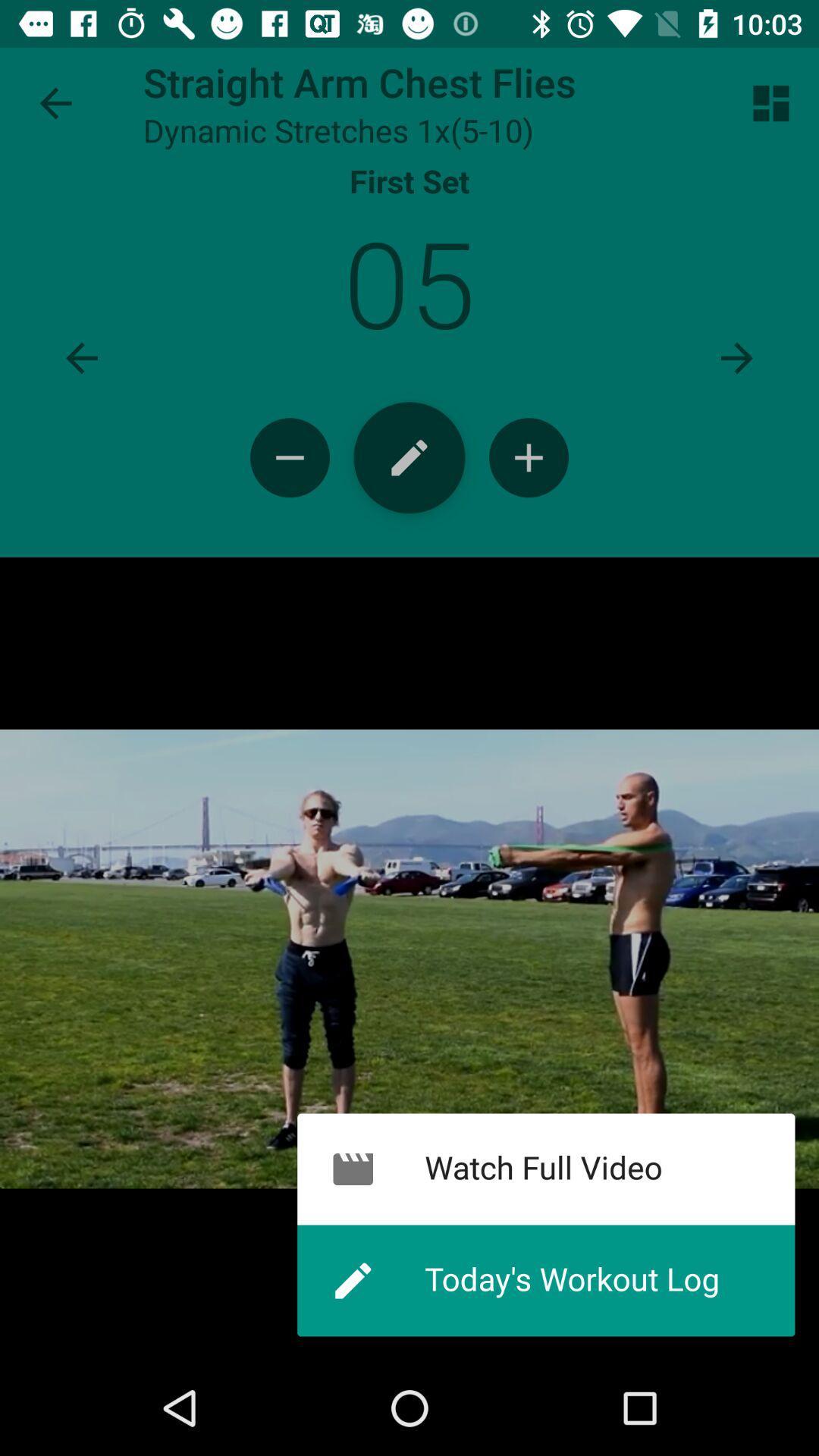  I want to click on change number of sets, so click(290, 457).